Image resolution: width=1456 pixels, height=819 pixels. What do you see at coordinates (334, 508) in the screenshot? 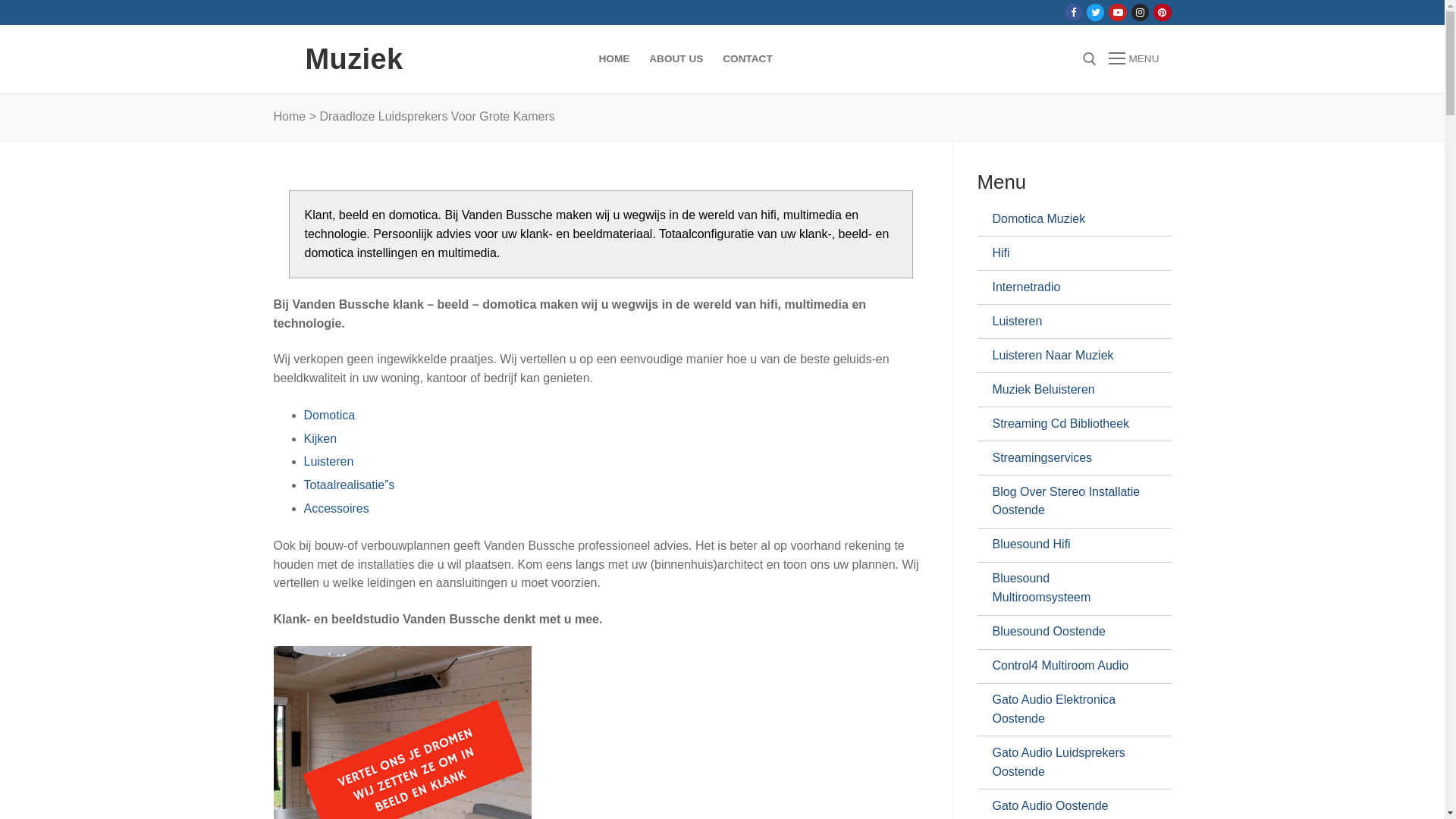
I see `'Accessoires'` at bounding box center [334, 508].